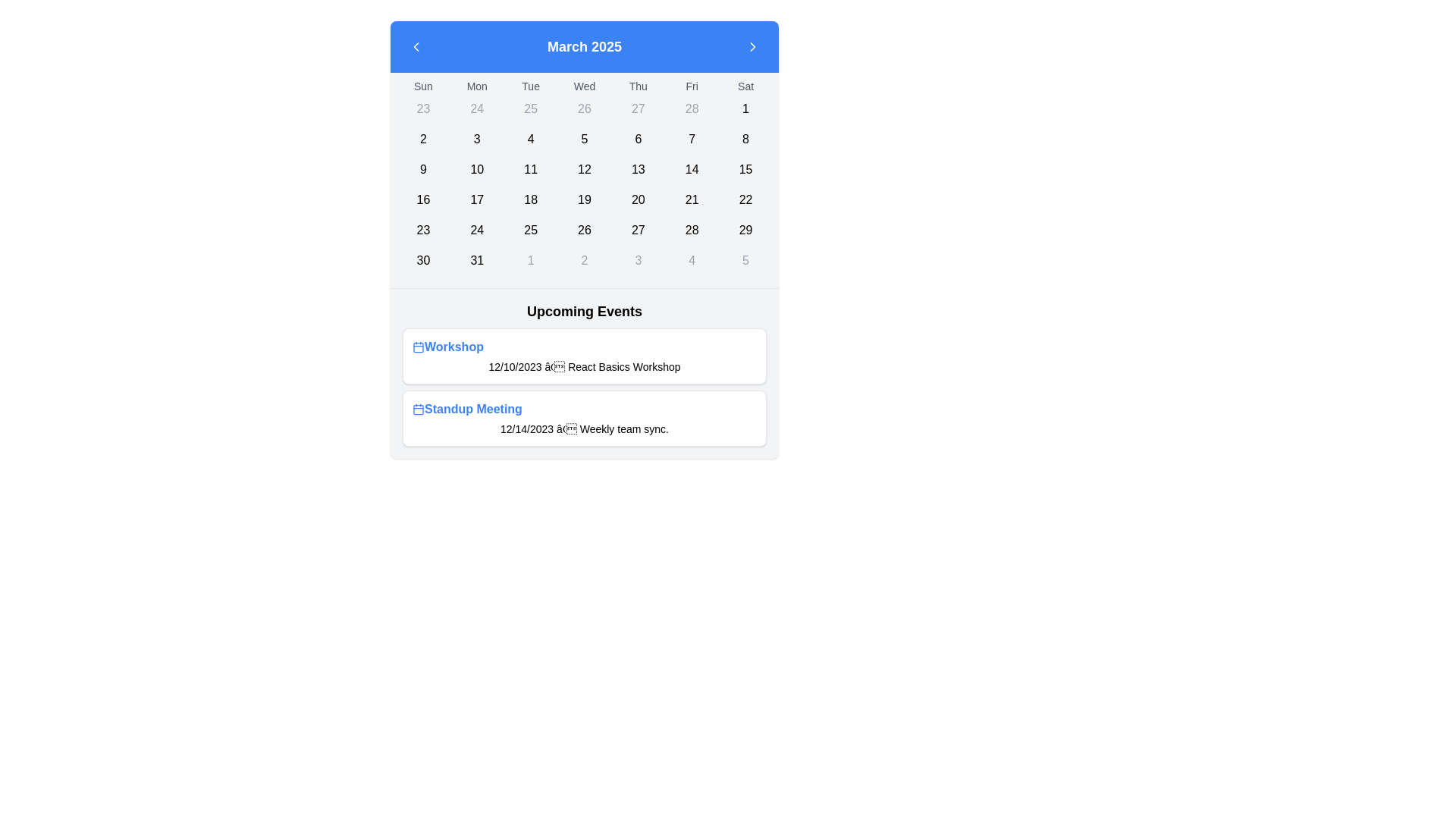 This screenshot has height=819, width=1456. I want to click on the navigation icon located in the top-right corner of the blue header labeled 'March 2025', so click(753, 45).